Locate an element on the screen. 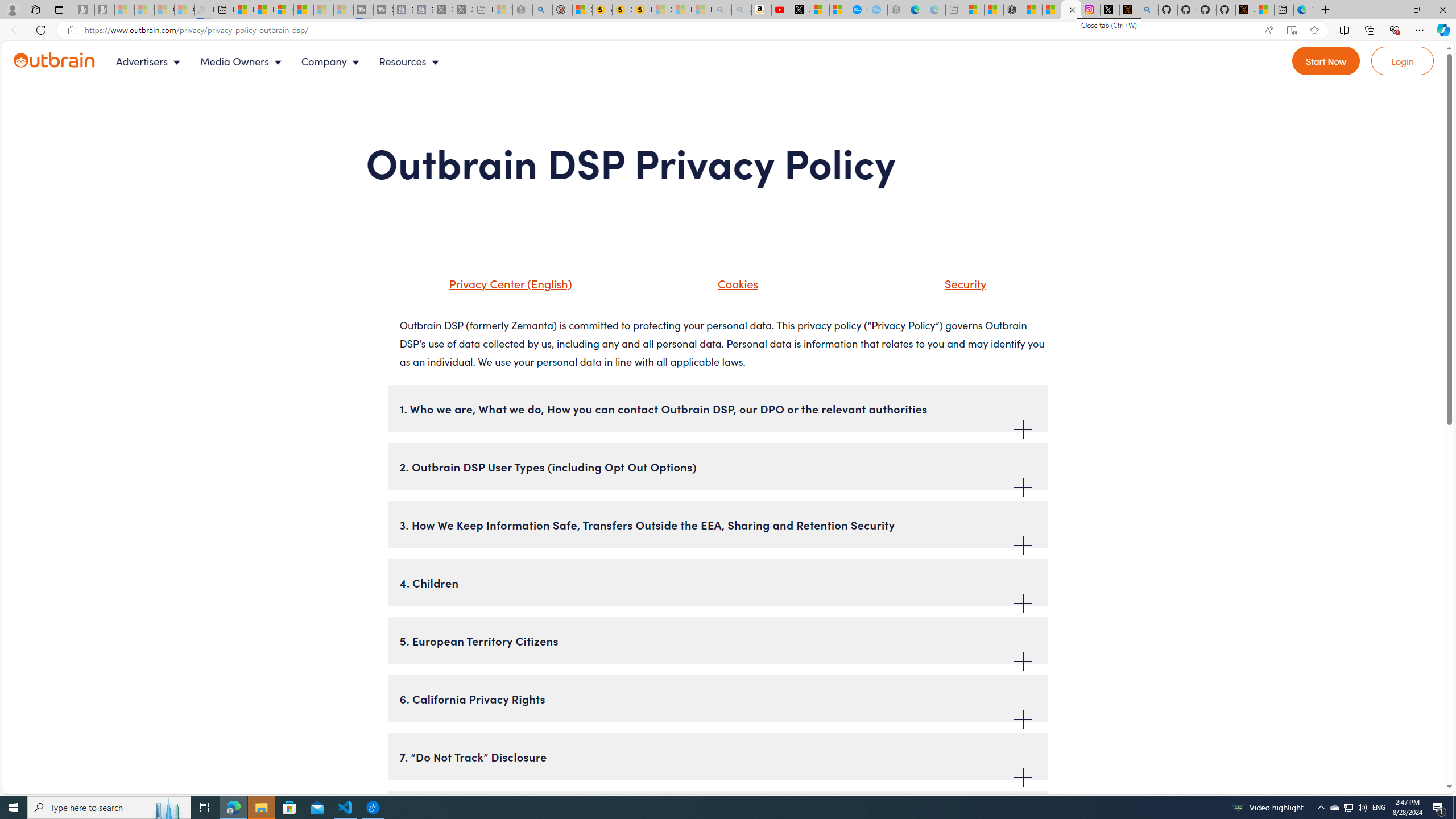  'Go to login' is located at coordinates (1403, 61).